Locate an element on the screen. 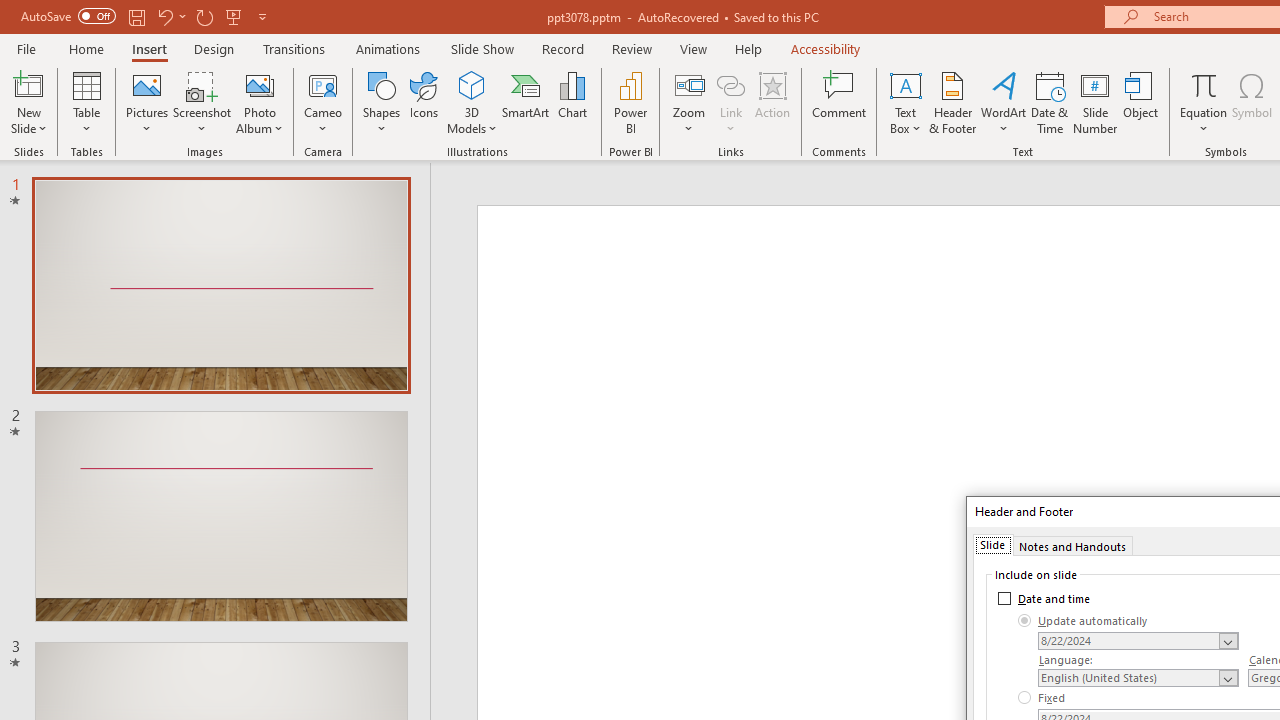 The height and width of the screenshot is (720, 1280). 'Screenshot' is located at coordinates (202, 103).